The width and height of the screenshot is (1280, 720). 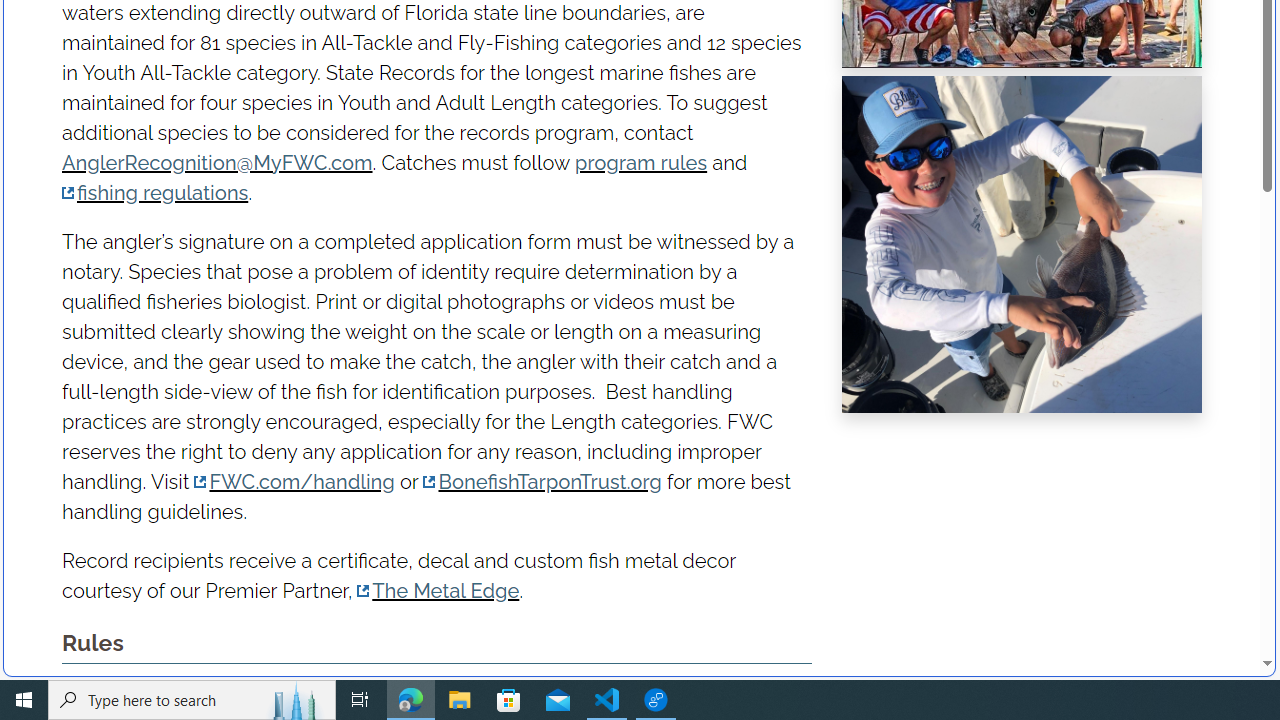 What do you see at coordinates (216, 161) in the screenshot?
I see `'AnglerRecognition@MyFWC.com'` at bounding box center [216, 161].